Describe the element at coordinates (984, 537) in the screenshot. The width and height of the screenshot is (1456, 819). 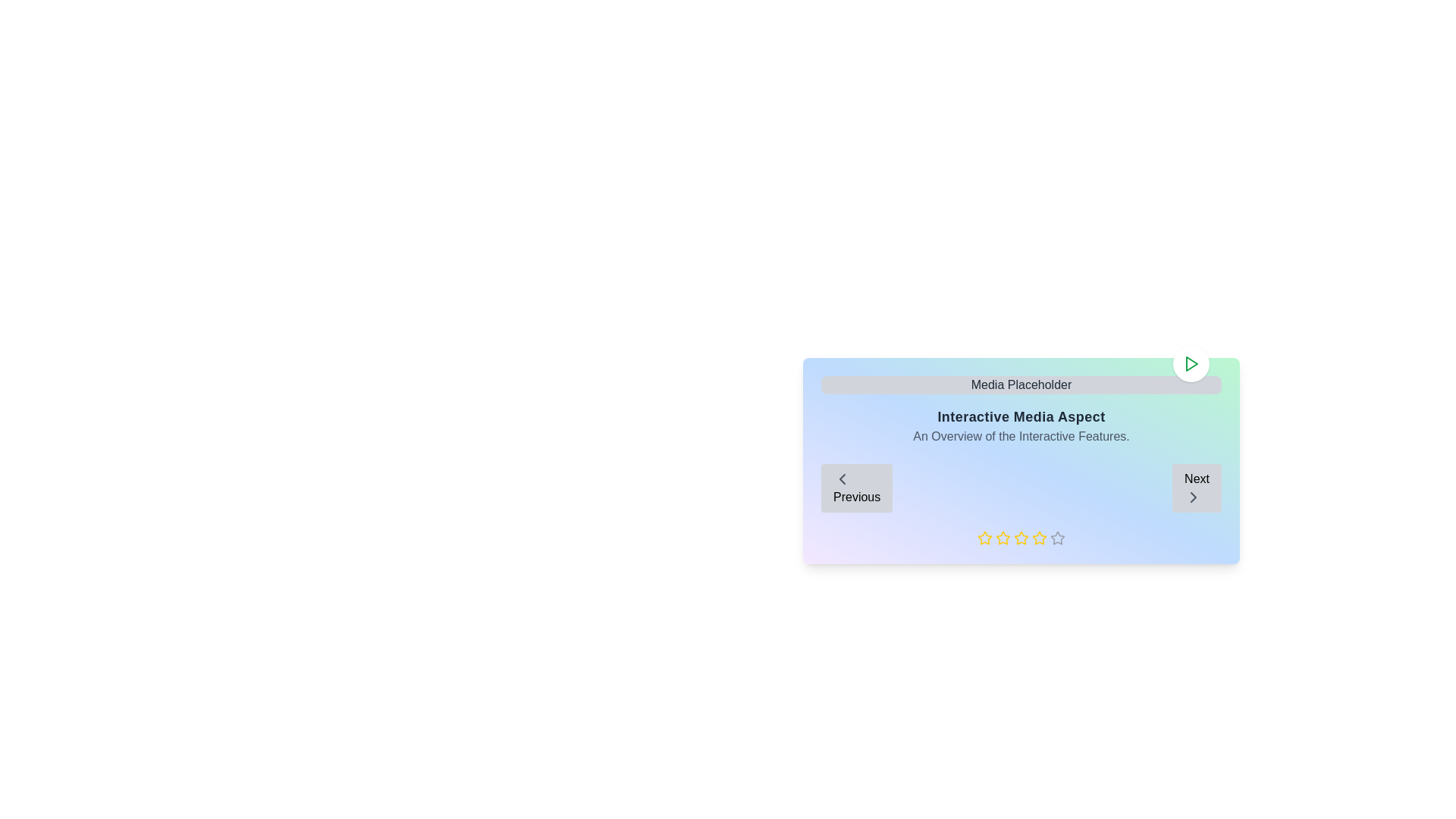
I see `the first rating star to provide feedback on satisfaction level` at that location.